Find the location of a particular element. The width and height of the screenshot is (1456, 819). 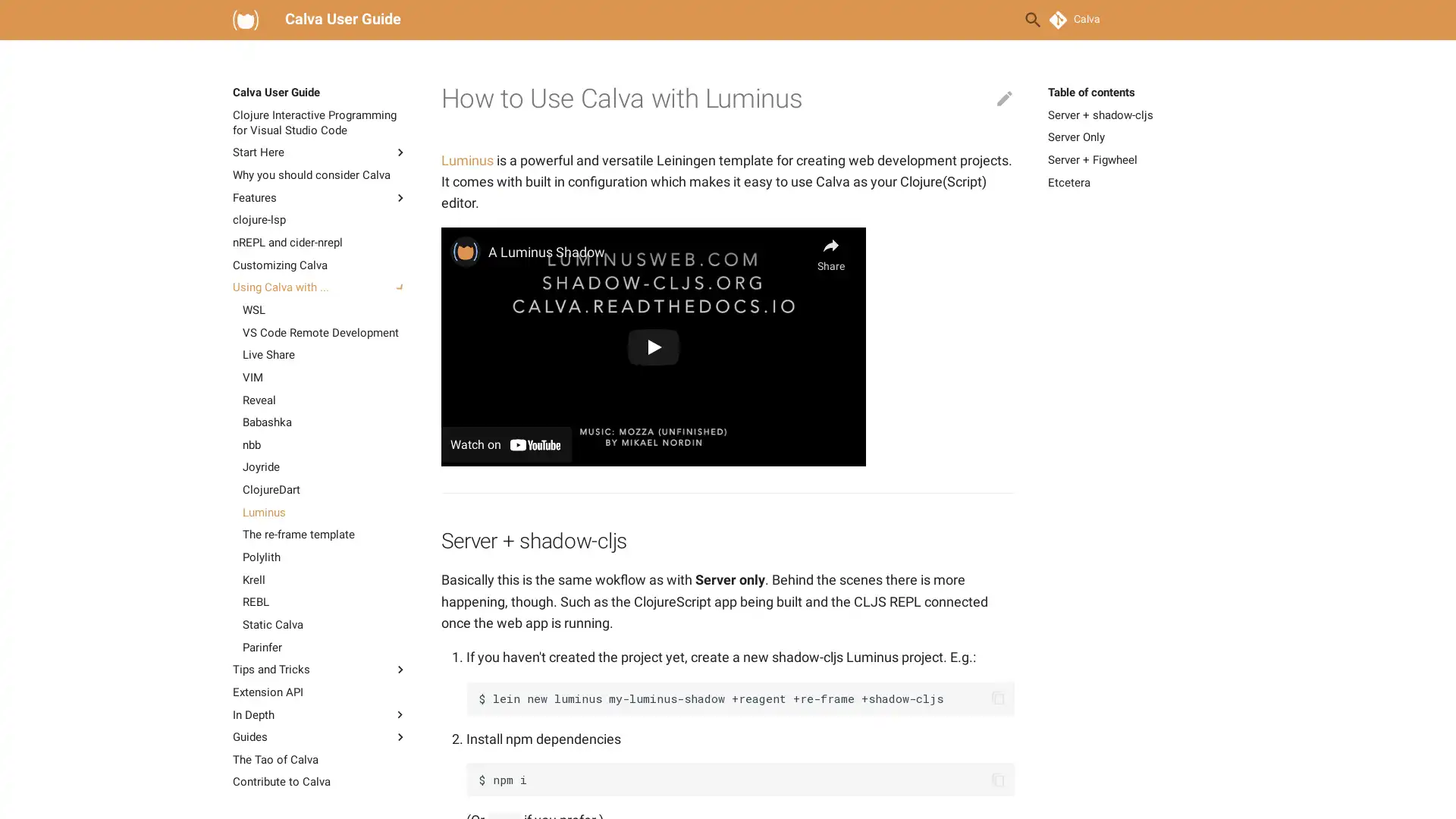

Copy to clipboard is located at coordinates (997, 780).